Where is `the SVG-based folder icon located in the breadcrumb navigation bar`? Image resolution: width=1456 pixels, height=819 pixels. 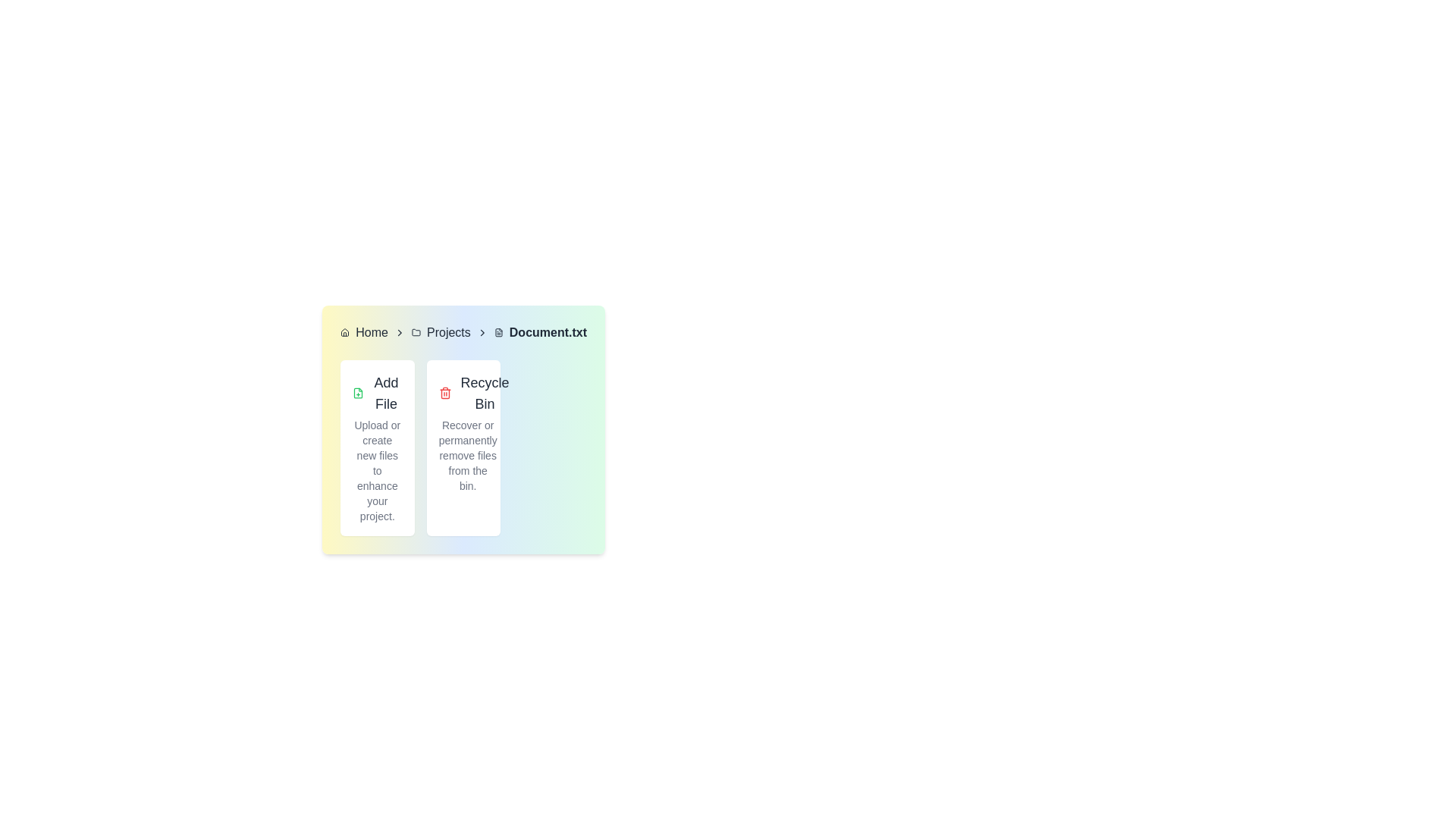
the SVG-based folder icon located in the breadcrumb navigation bar is located at coordinates (416, 332).